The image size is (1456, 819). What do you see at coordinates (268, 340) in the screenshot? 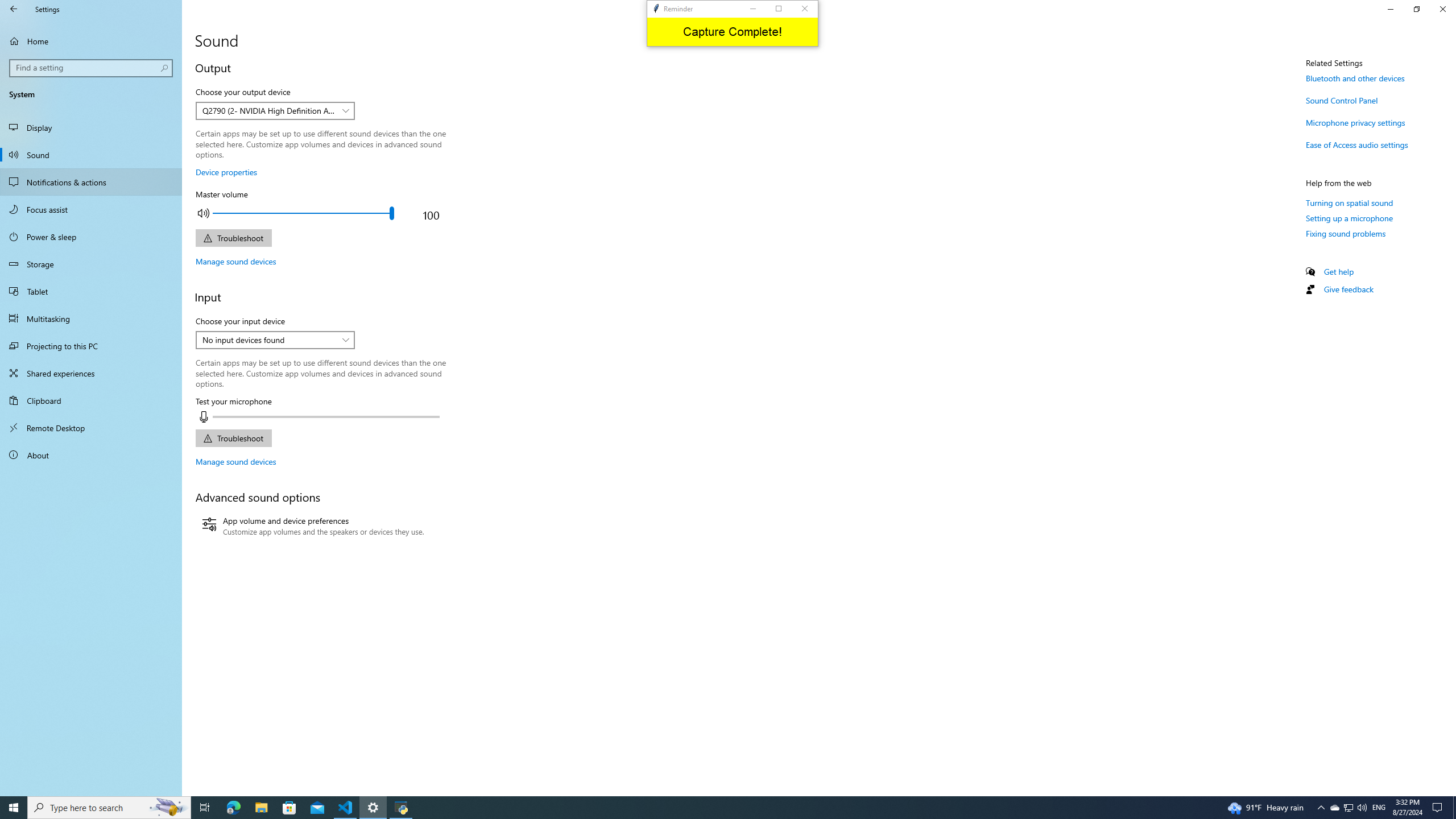
I see `'No input devices found'` at bounding box center [268, 340].